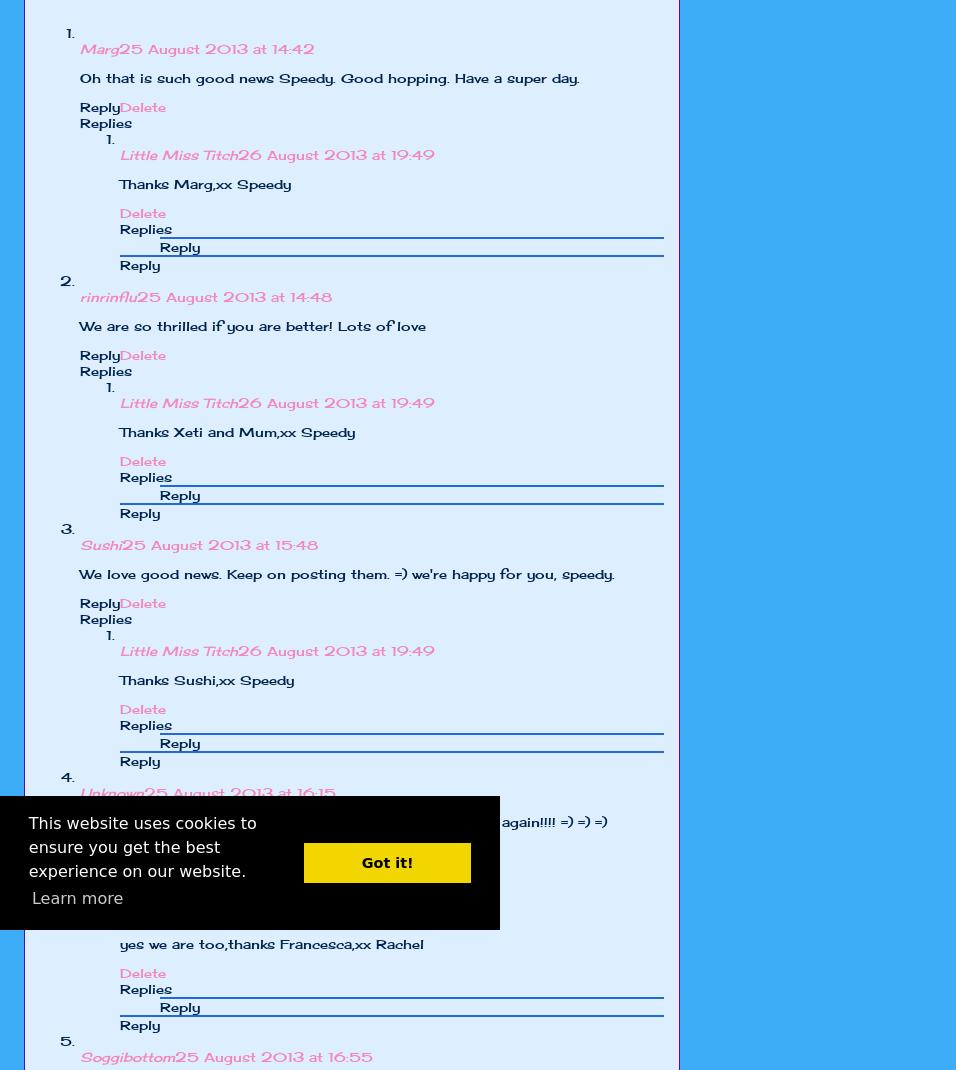 Image resolution: width=956 pixels, height=1070 pixels. I want to click on '26 August 2013 at 19:50', so click(337, 913).